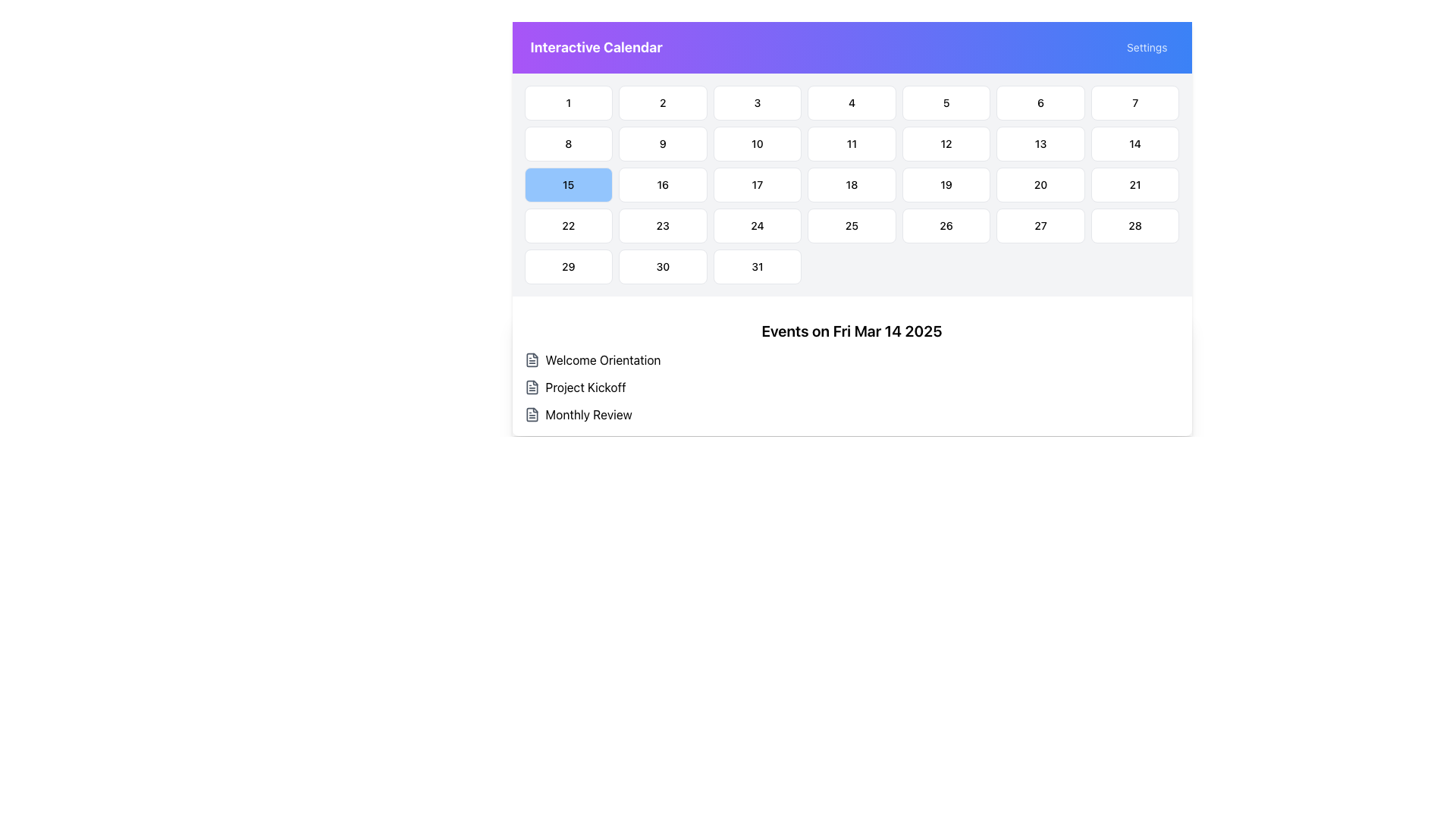 Image resolution: width=1456 pixels, height=819 pixels. What do you see at coordinates (567, 184) in the screenshot?
I see `the Calendar Date Tile representing the date '15'` at bounding box center [567, 184].